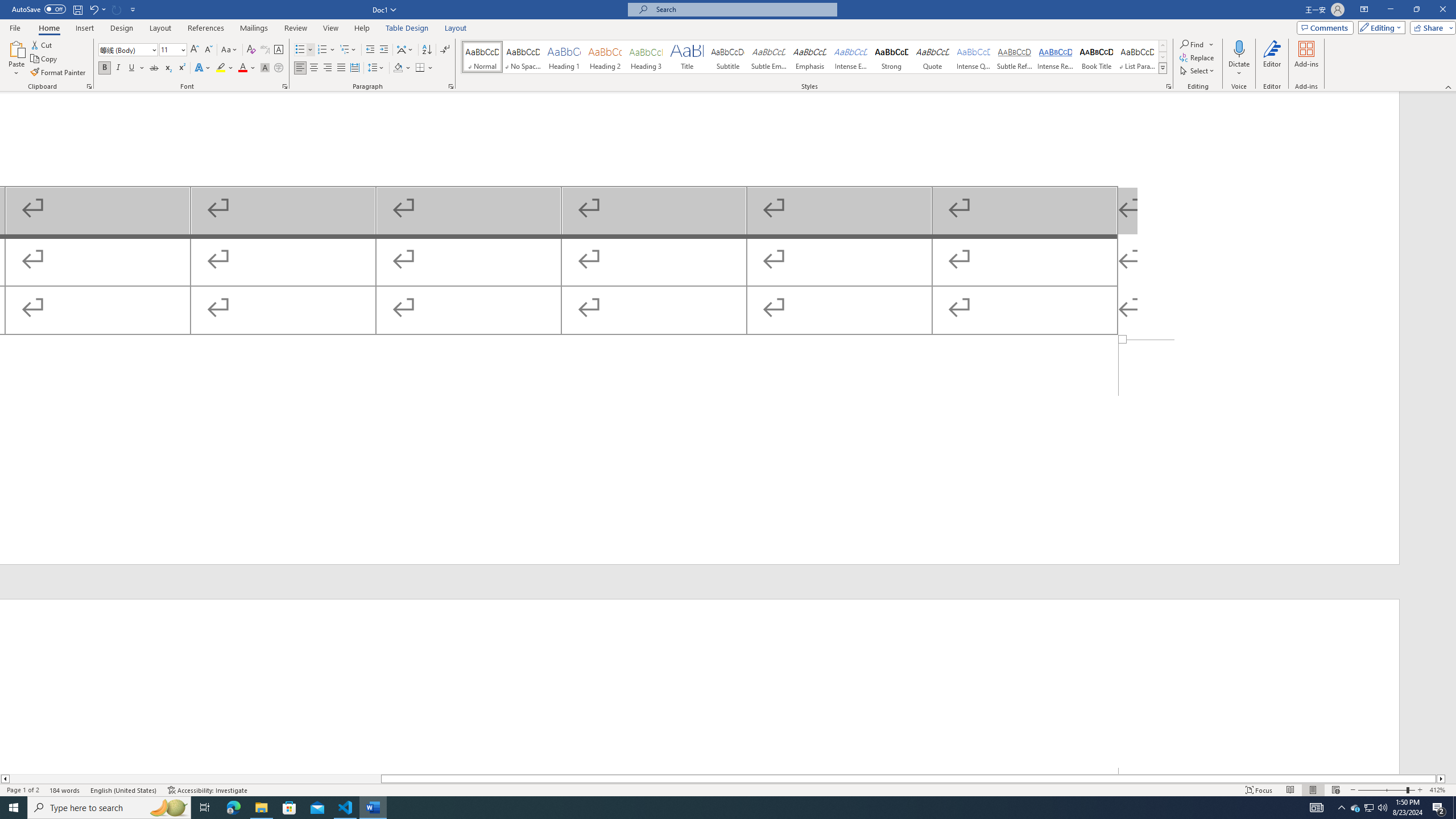 The width and height of the screenshot is (1456, 819). What do you see at coordinates (1055, 56) in the screenshot?
I see `'Intense Reference'` at bounding box center [1055, 56].